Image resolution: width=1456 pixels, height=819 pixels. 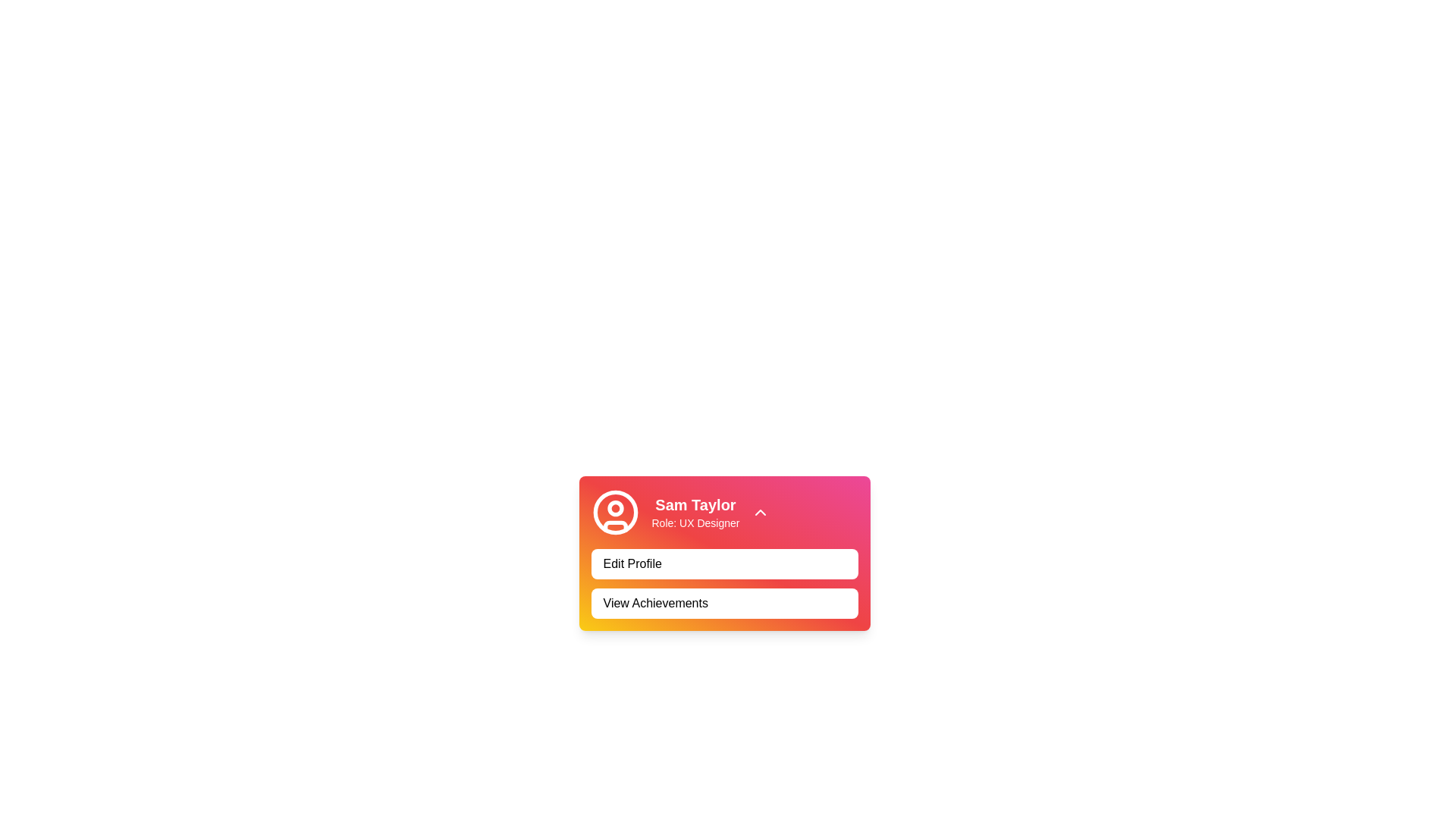 I want to click on the prominent label displaying the user's name 'Sam Taylor' in the user profile card, located at the top section of the card layout, so click(x=695, y=505).